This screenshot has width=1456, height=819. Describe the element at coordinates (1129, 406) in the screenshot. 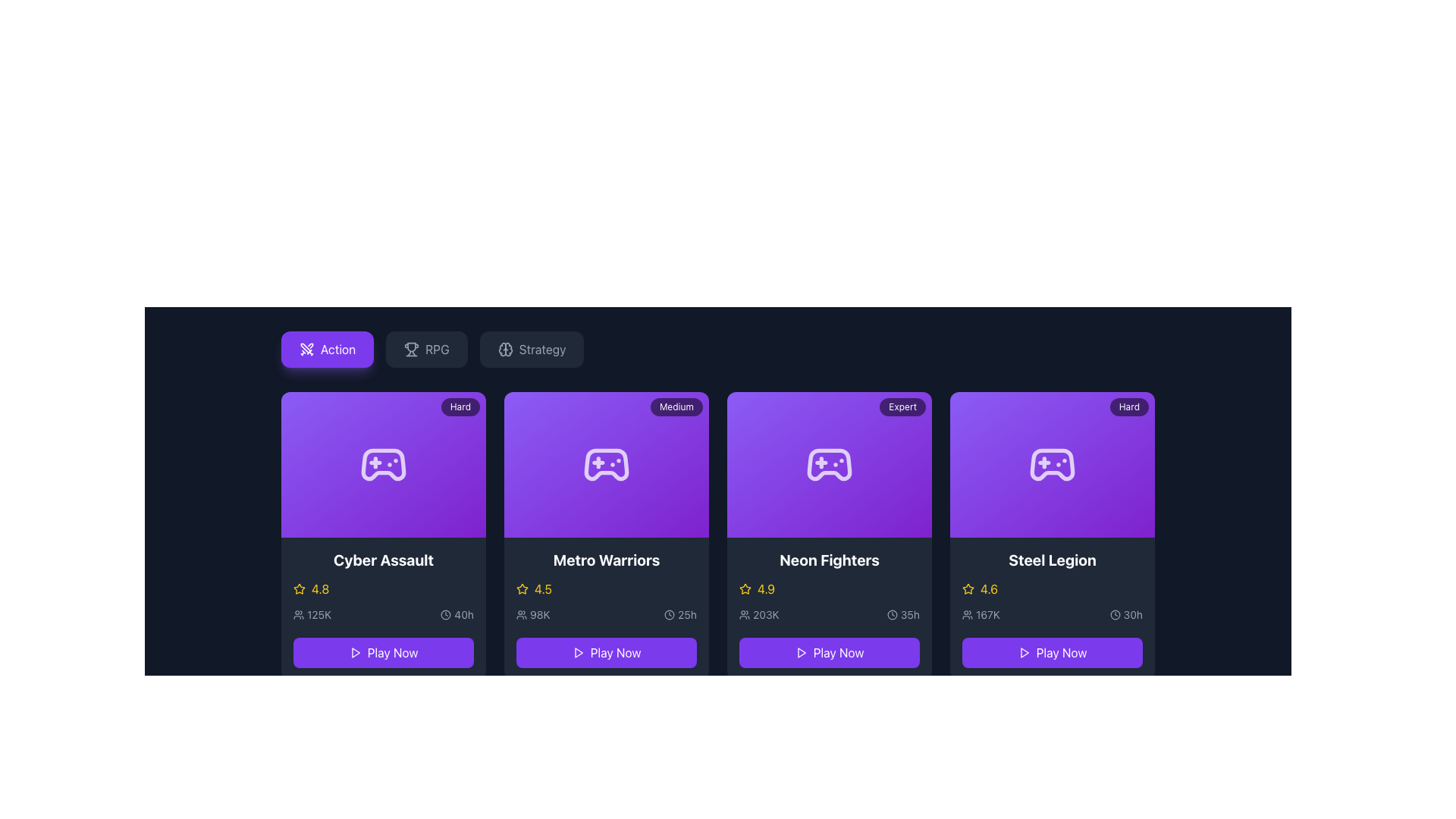

I see `the small rectangular badge labeled 'Hard' located at the top right corner of the 'Steel Legion' card` at that location.